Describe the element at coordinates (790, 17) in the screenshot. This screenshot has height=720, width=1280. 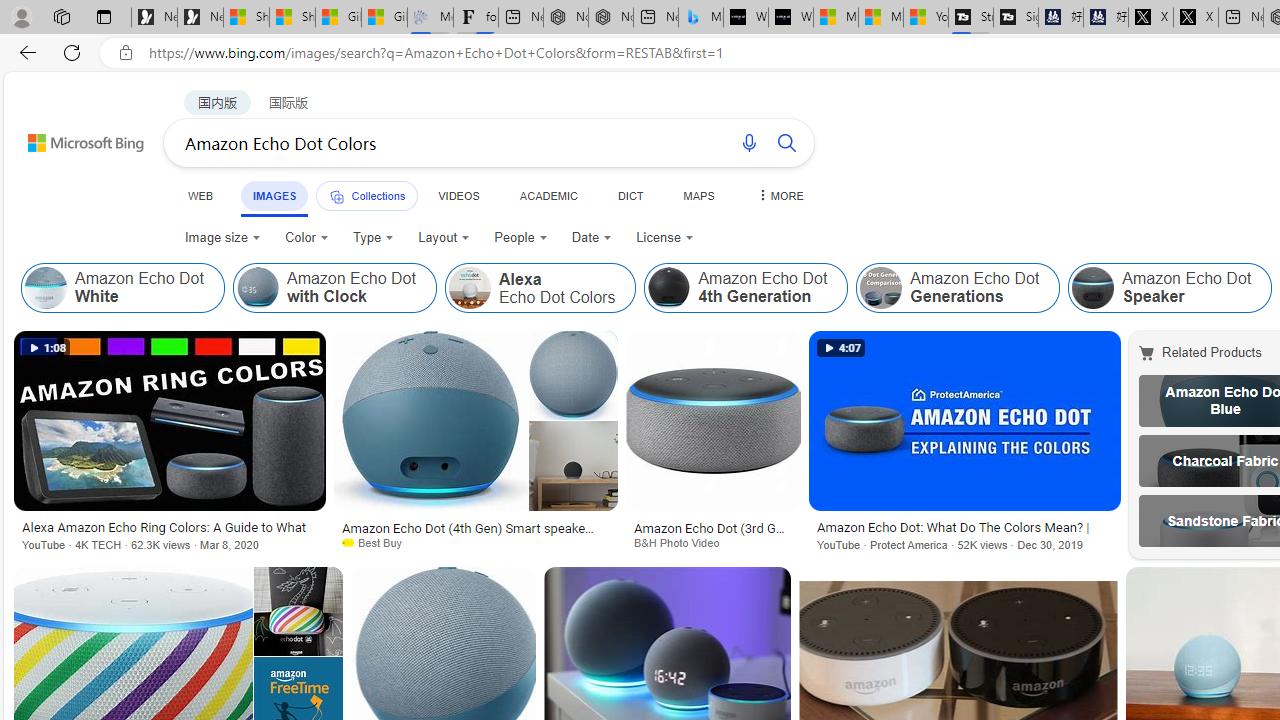
I see `'What'` at that location.